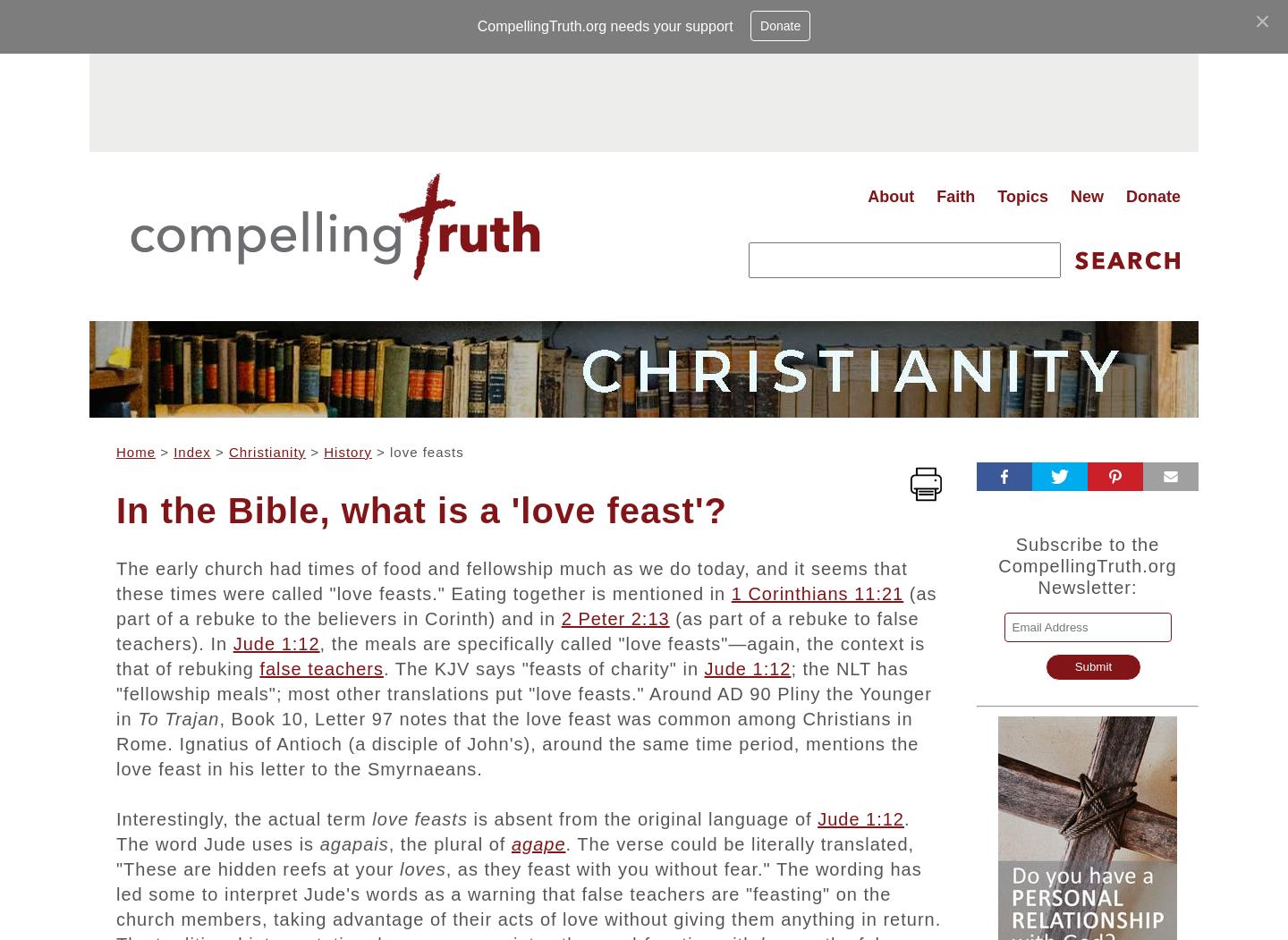 This screenshot has width=1288, height=940. Describe the element at coordinates (866, 195) in the screenshot. I see `'About'` at that location.